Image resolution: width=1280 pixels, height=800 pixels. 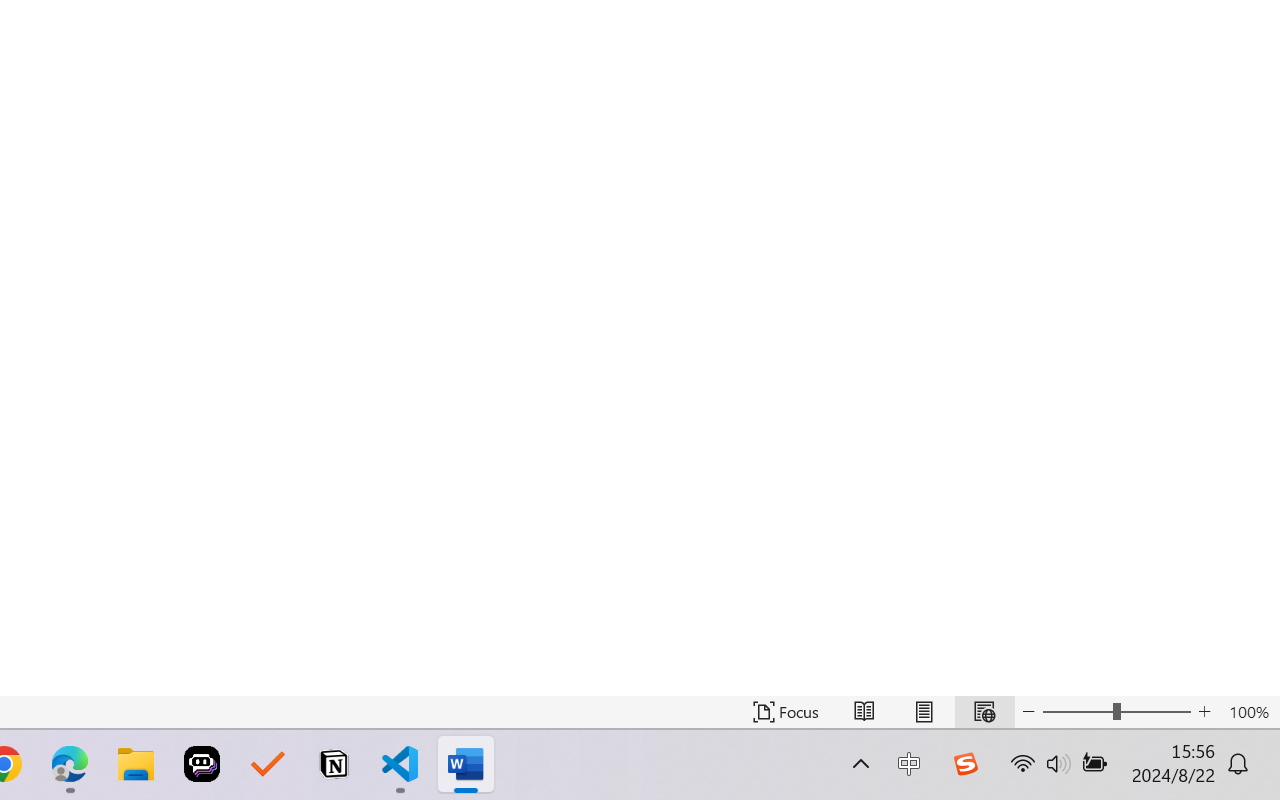 I want to click on 'Print Layout', so click(x=923, y=711).